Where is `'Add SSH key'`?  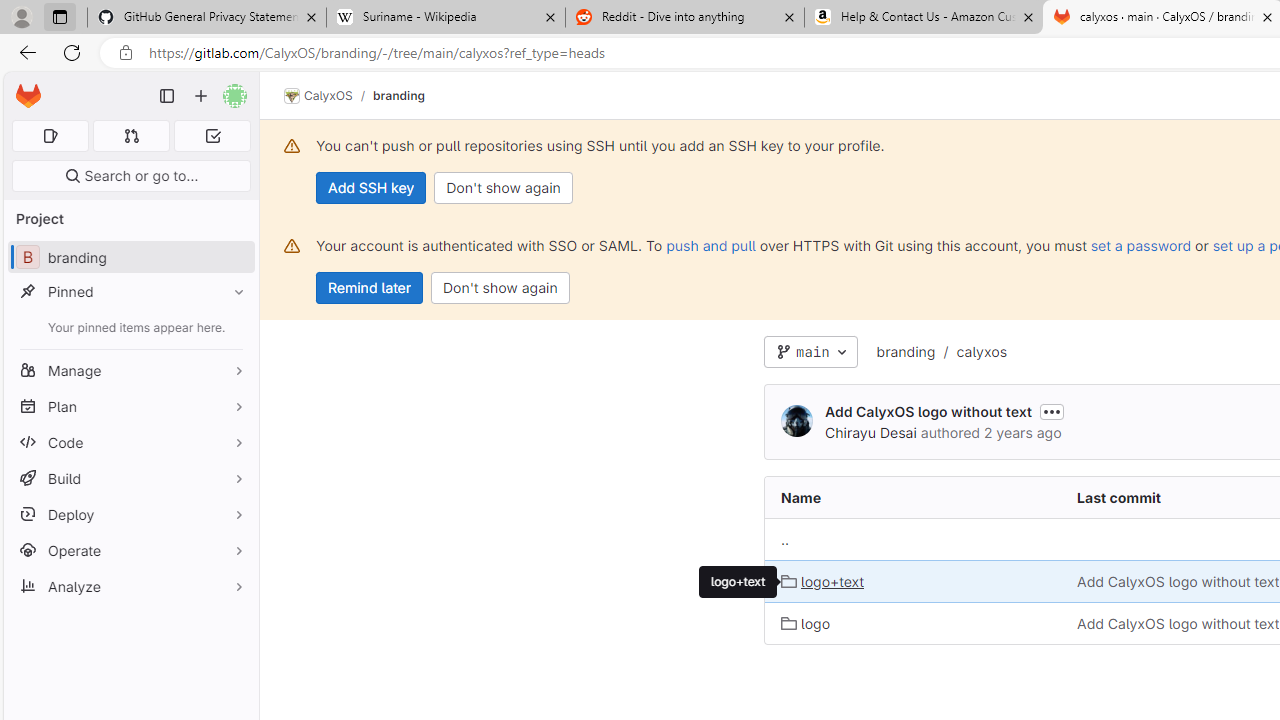
'Add SSH key' is located at coordinates (371, 187).